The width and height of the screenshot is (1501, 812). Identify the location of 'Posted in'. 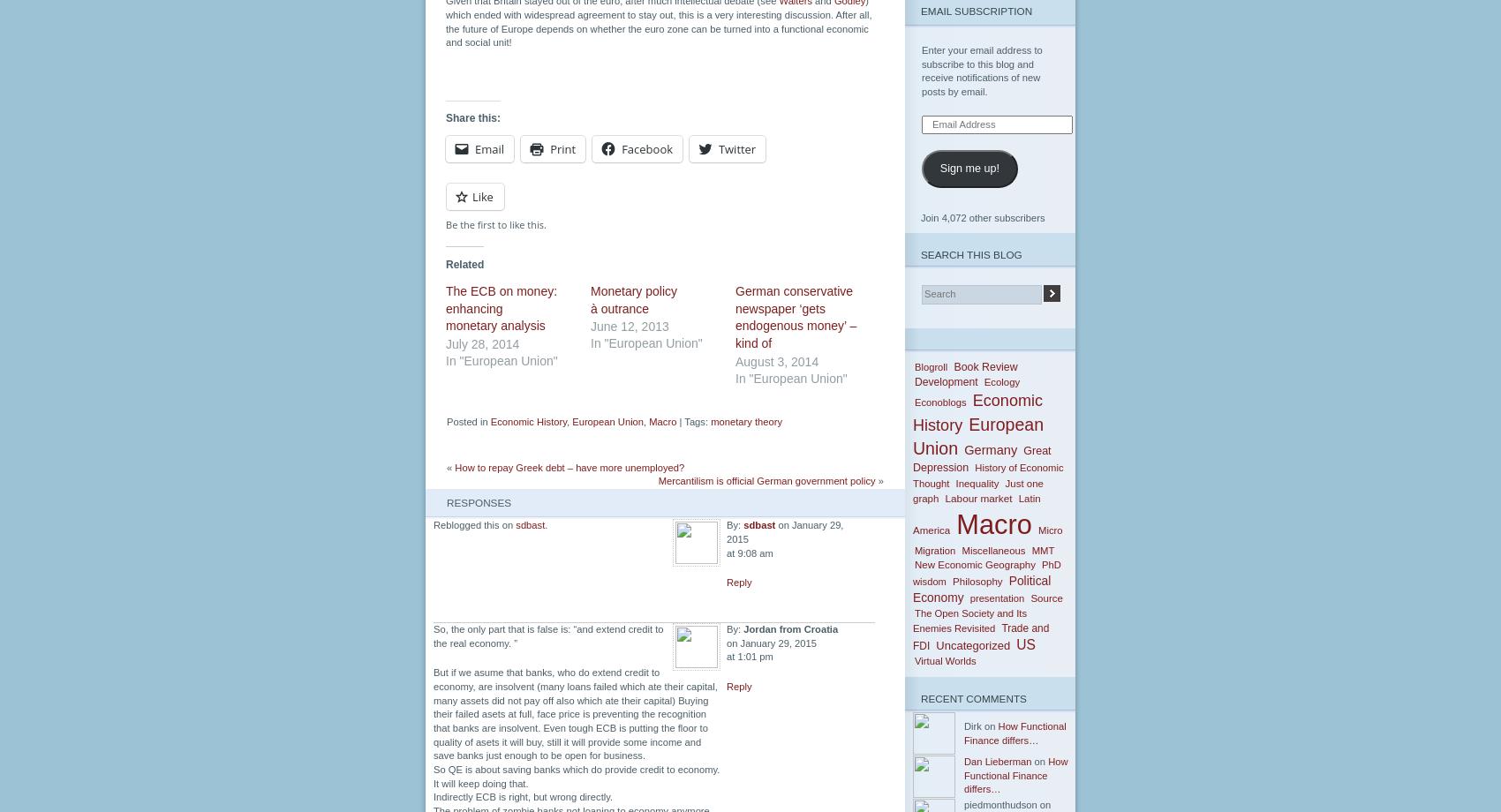
(468, 422).